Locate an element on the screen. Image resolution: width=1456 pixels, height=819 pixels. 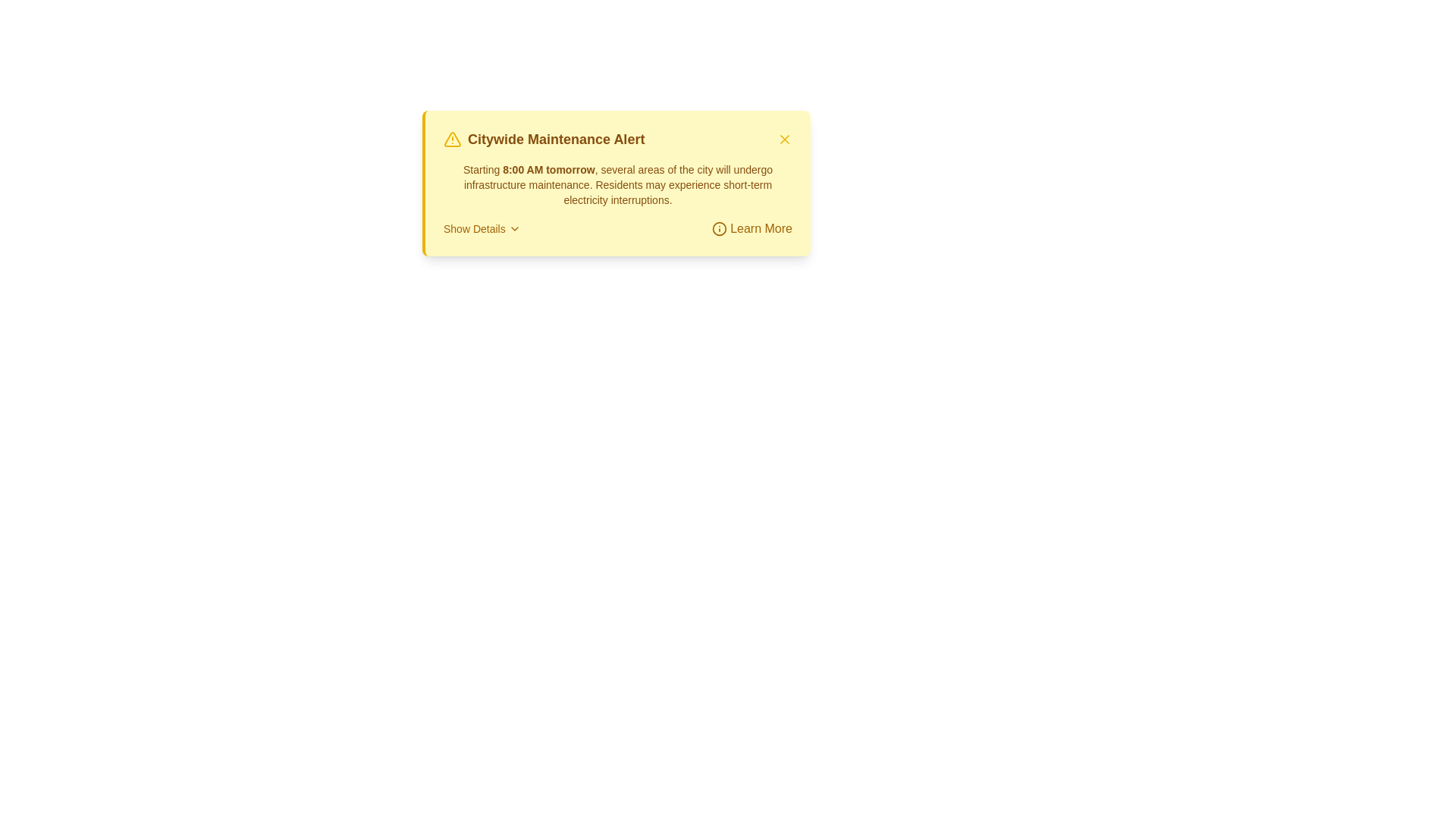
the informational SVG icon located to the left of the 'Learn More' text on the yellow notification card at the bottom right section is located at coordinates (719, 228).